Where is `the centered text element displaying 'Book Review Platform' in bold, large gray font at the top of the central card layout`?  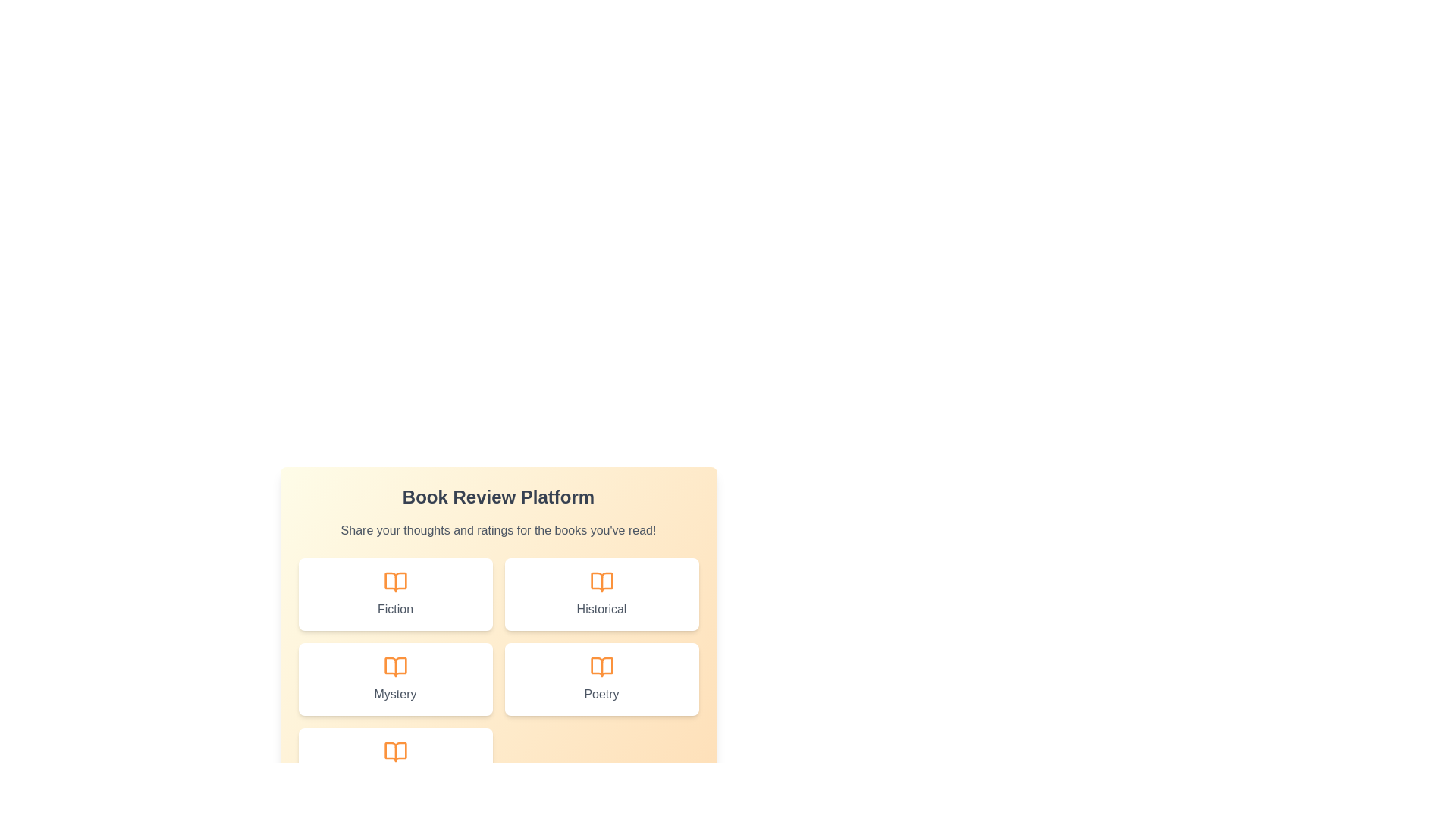
the centered text element displaying 'Book Review Platform' in bold, large gray font at the top of the central card layout is located at coordinates (498, 497).